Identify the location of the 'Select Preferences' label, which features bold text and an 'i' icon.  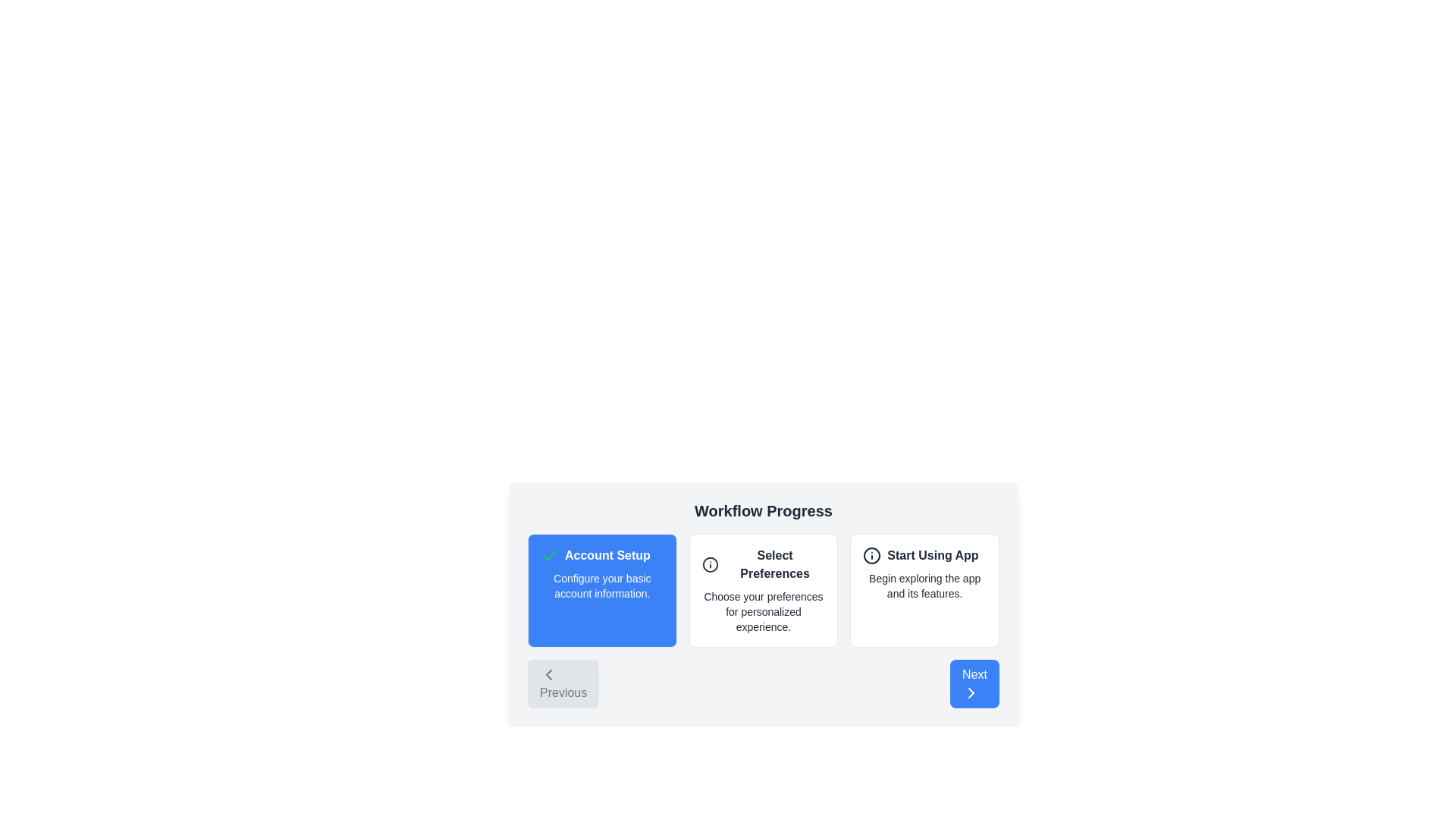
(764, 564).